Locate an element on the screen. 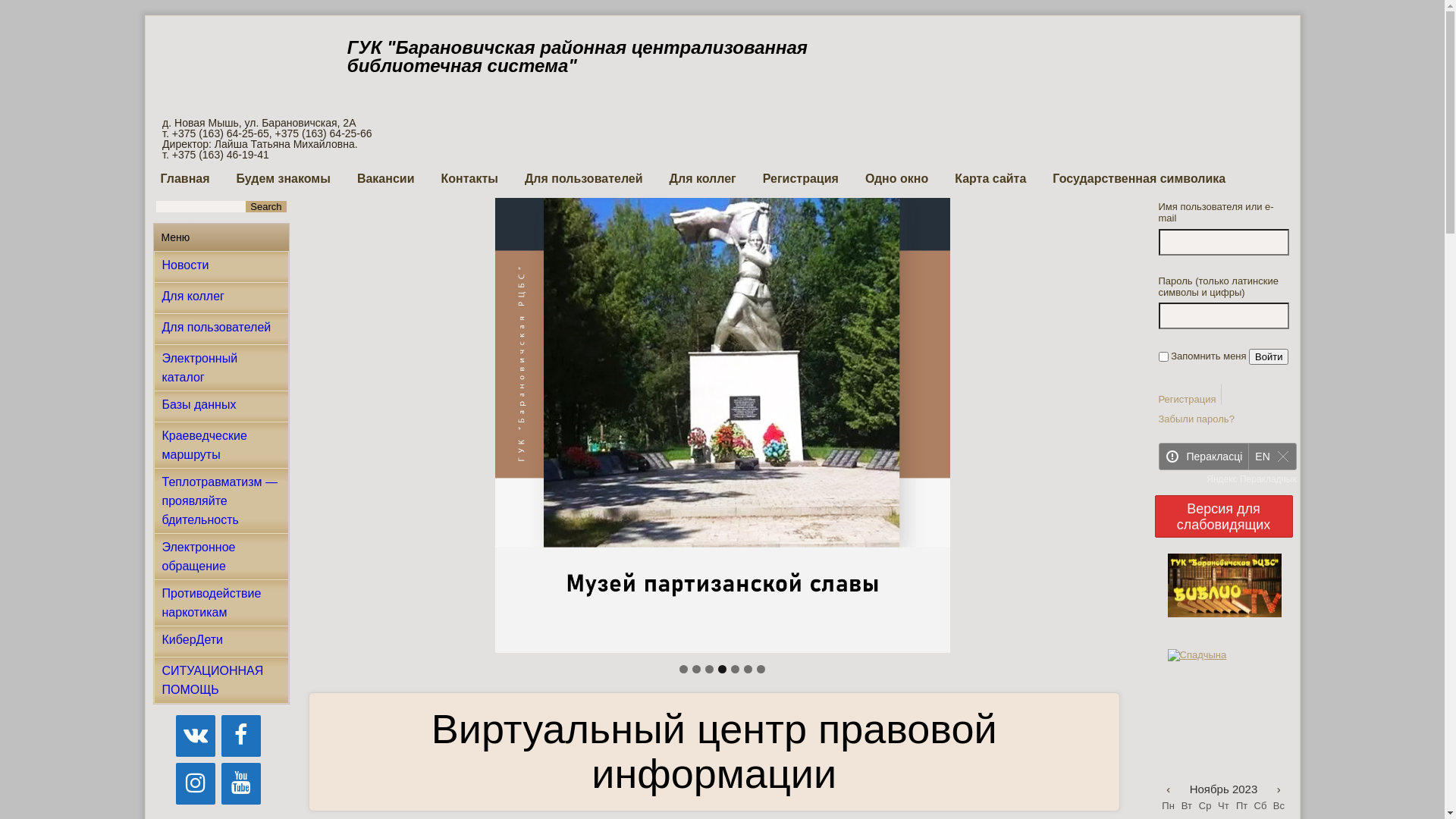  'YouTube' is located at coordinates (221, 783).